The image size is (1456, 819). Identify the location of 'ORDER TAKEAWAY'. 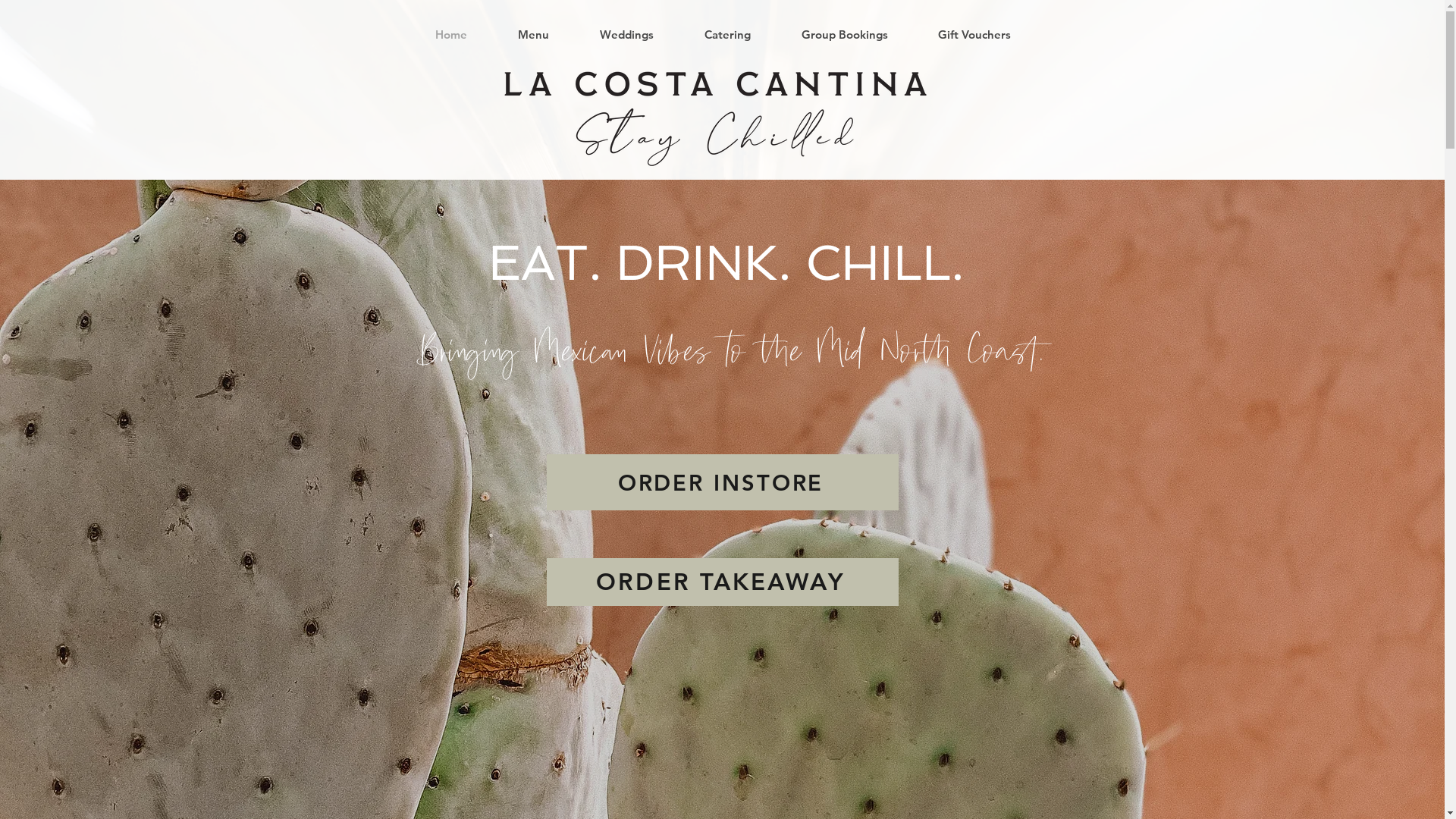
(720, 581).